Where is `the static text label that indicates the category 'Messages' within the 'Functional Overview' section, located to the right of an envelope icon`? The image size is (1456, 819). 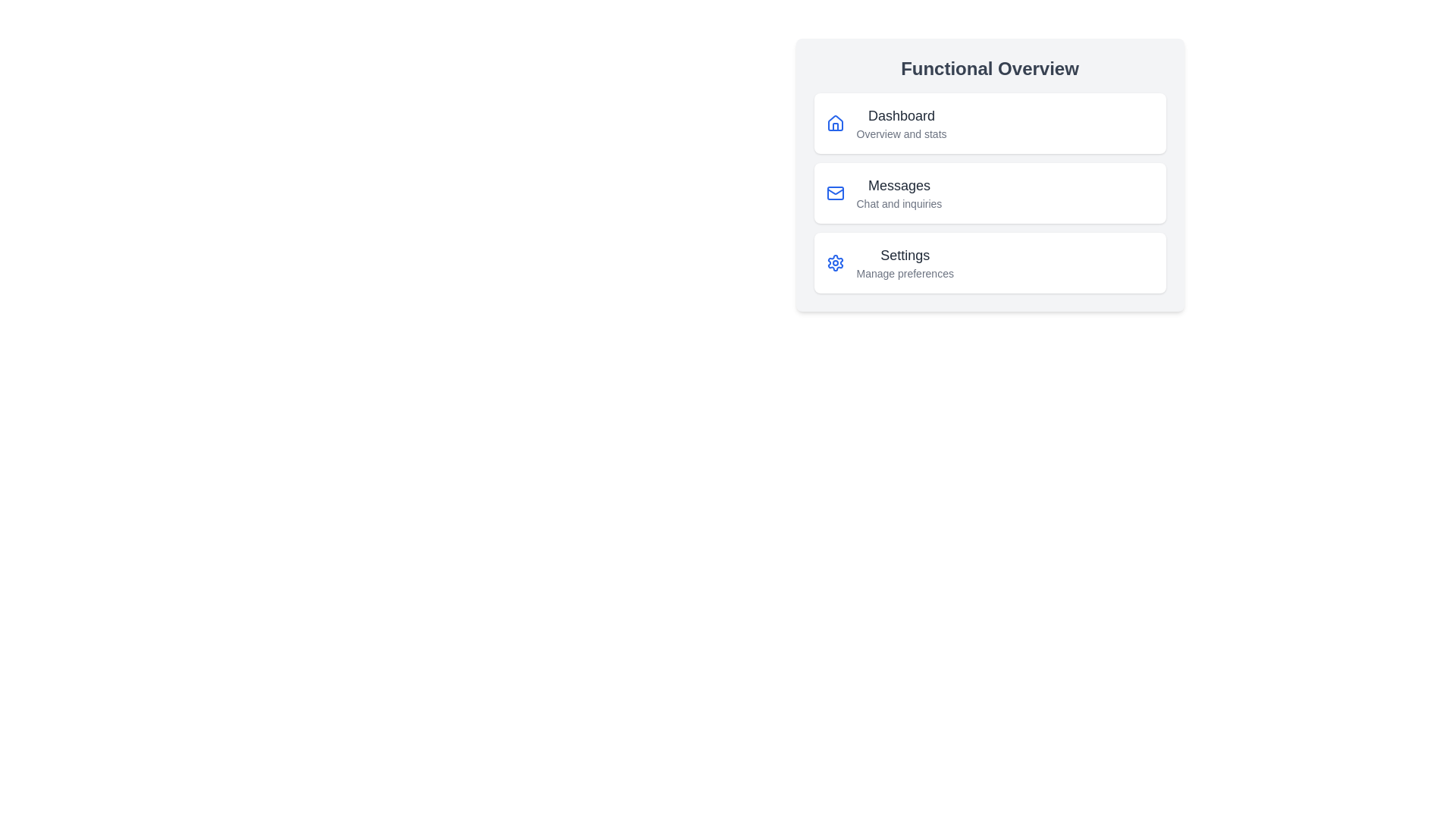
the static text label that indicates the category 'Messages' within the 'Functional Overview' section, located to the right of an envelope icon is located at coordinates (899, 185).